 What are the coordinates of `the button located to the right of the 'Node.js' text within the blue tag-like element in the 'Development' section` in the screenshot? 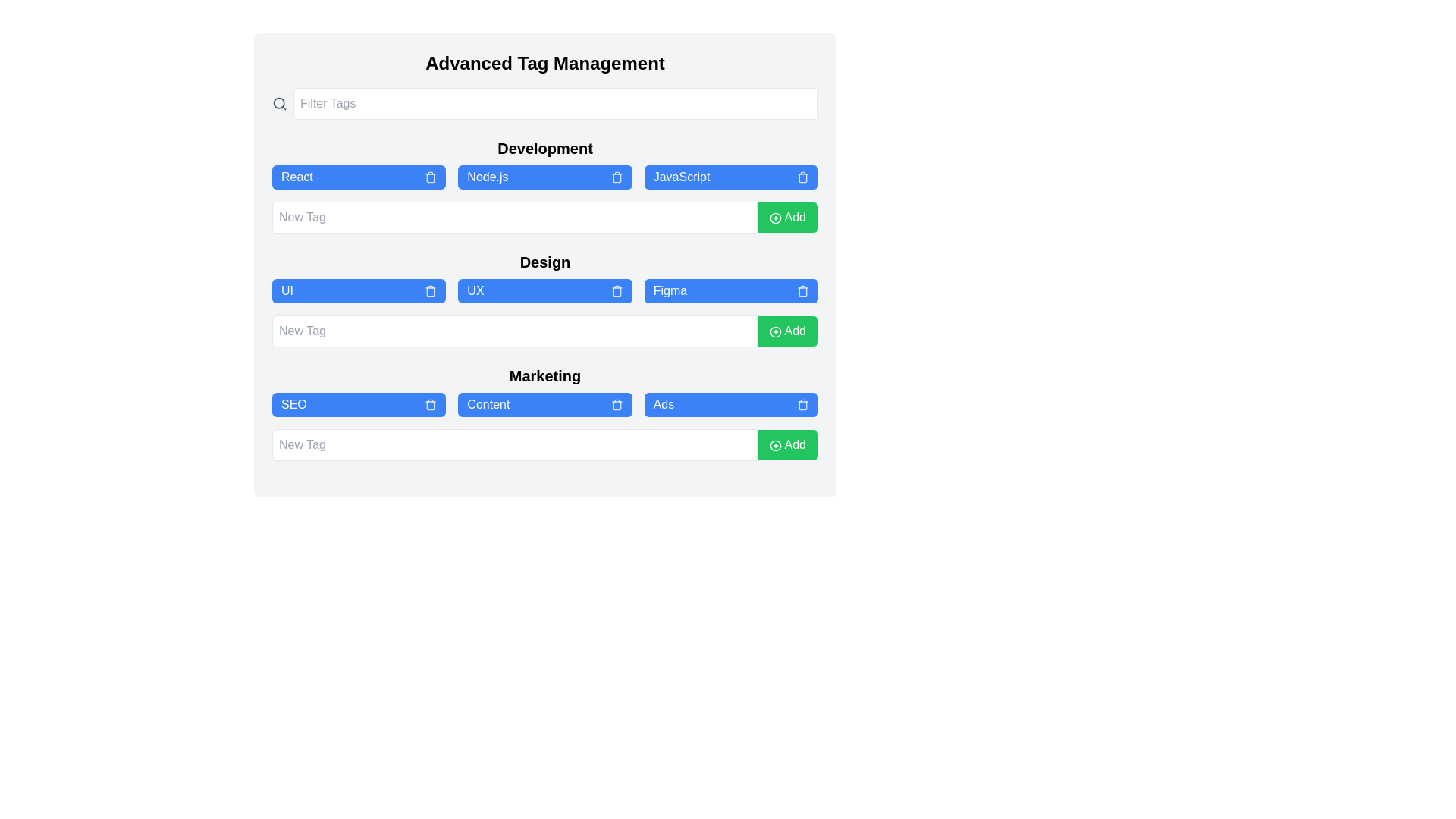 It's located at (617, 177).